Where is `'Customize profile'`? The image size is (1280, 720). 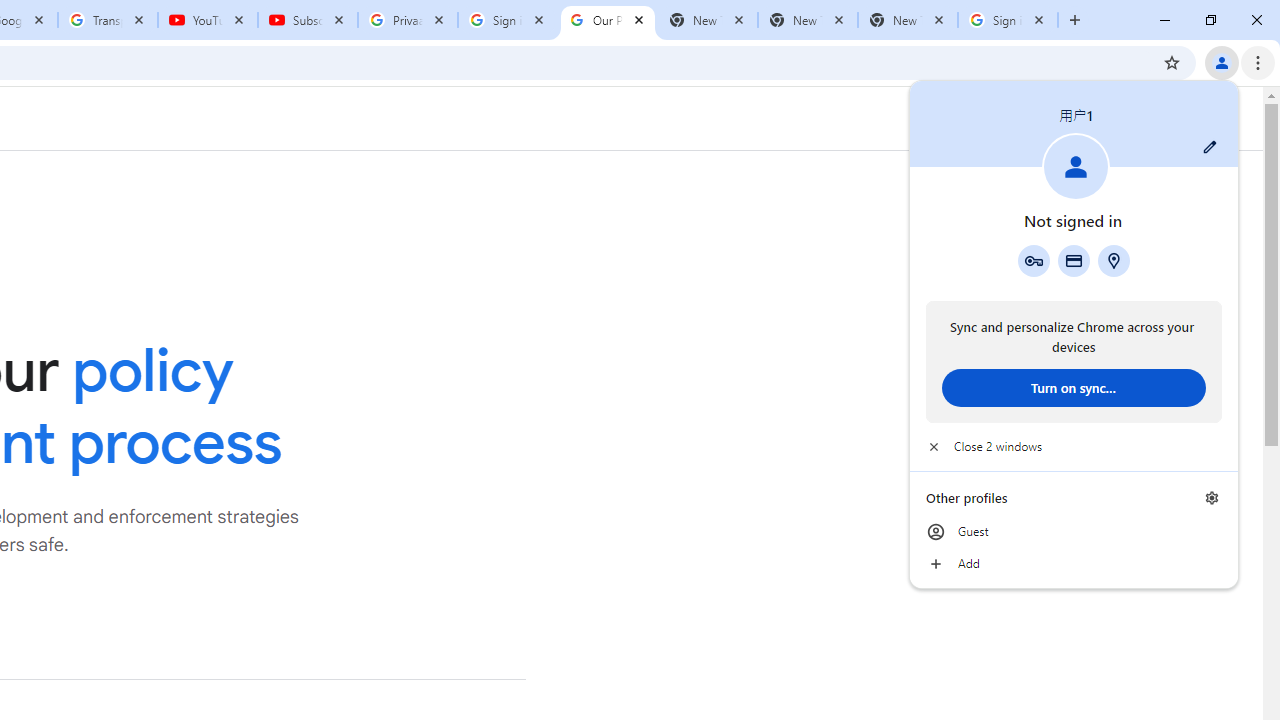
'Customize profile' is located at coordinates (1209, 146).